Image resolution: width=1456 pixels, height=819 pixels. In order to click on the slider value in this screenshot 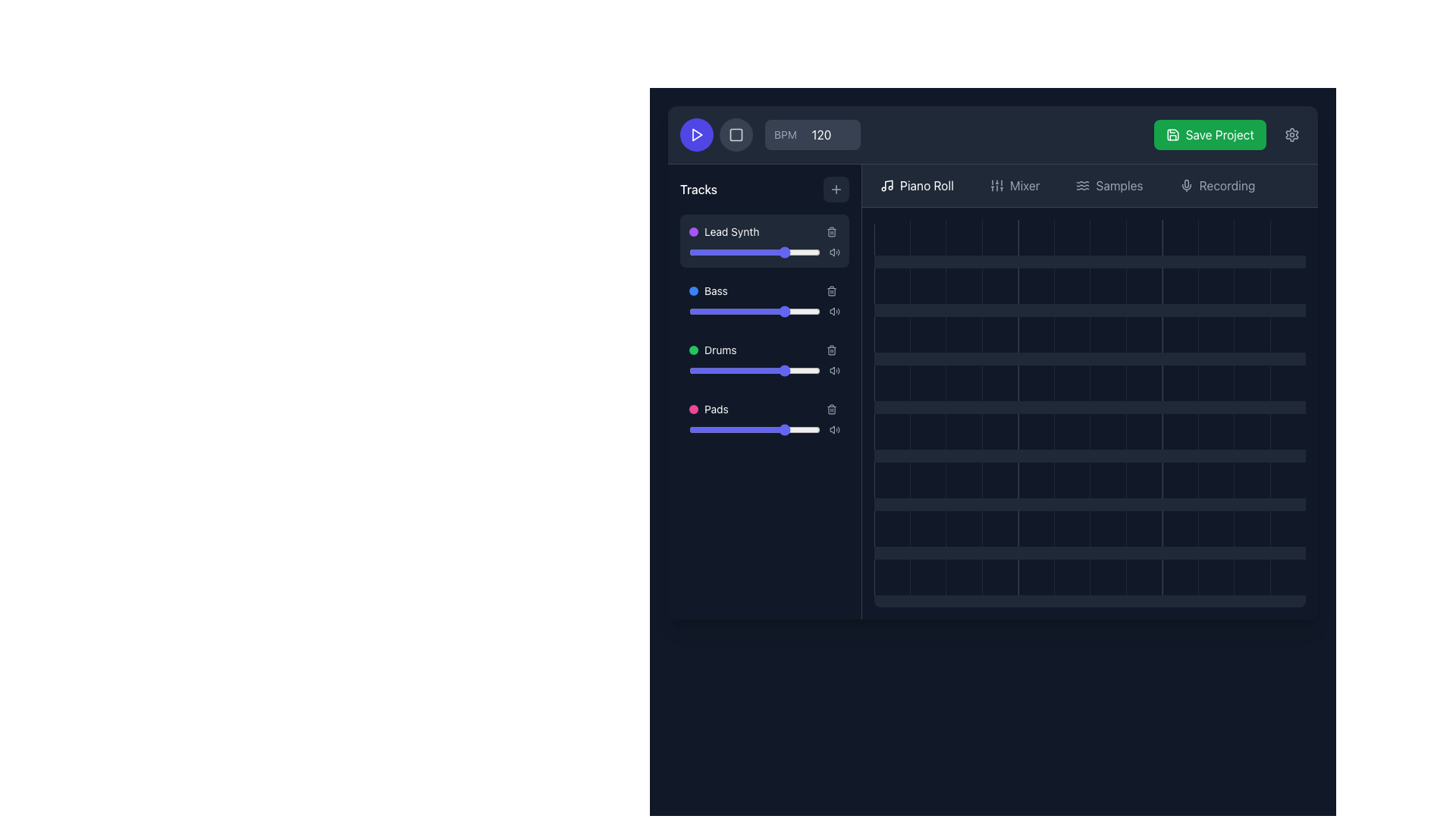, I will do `click(776, 371)`.